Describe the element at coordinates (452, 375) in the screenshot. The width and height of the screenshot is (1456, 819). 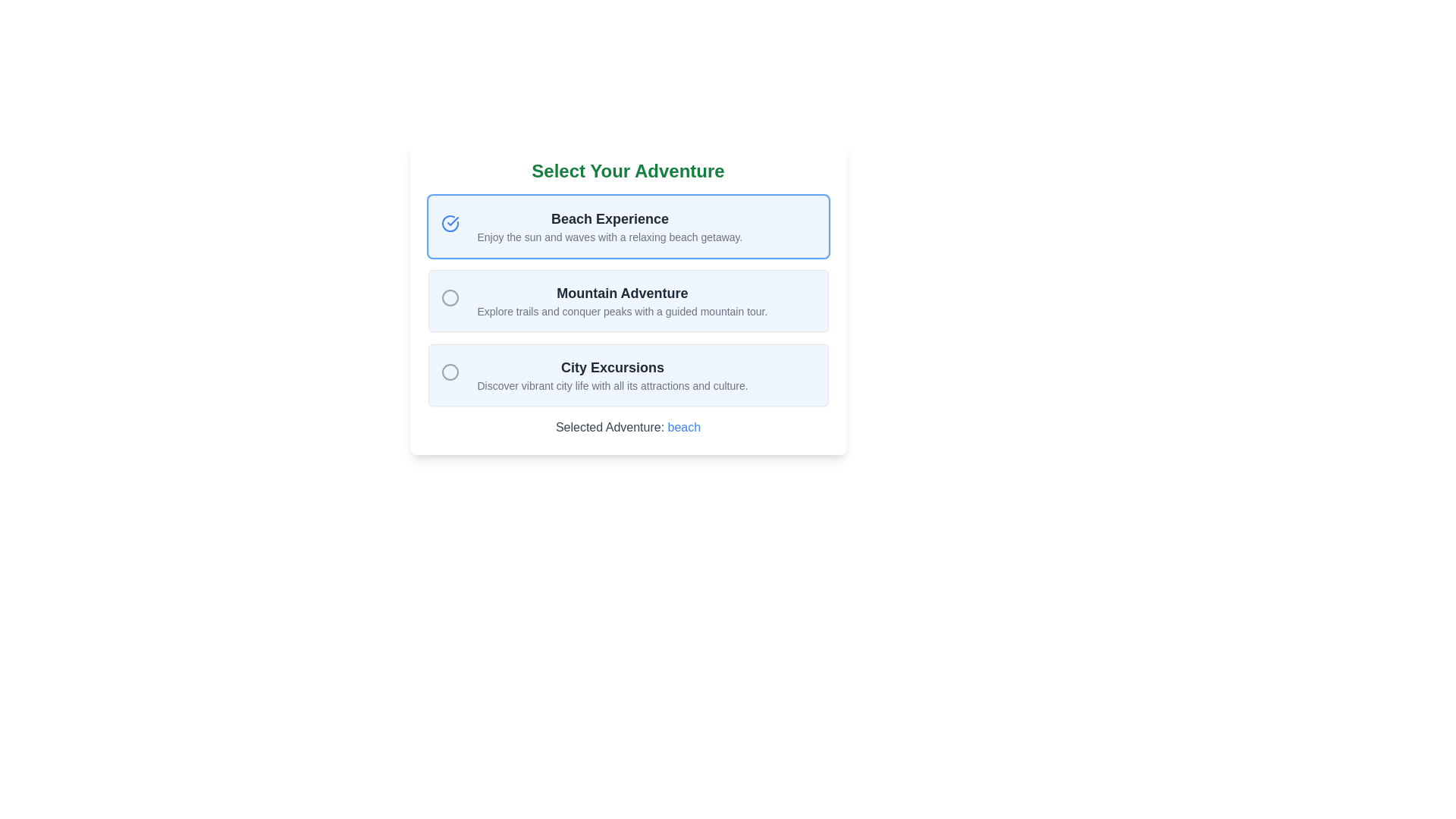
I see `the circular icon with a gray outline located near the top left corner of the 'City Excursions' section` at that location.